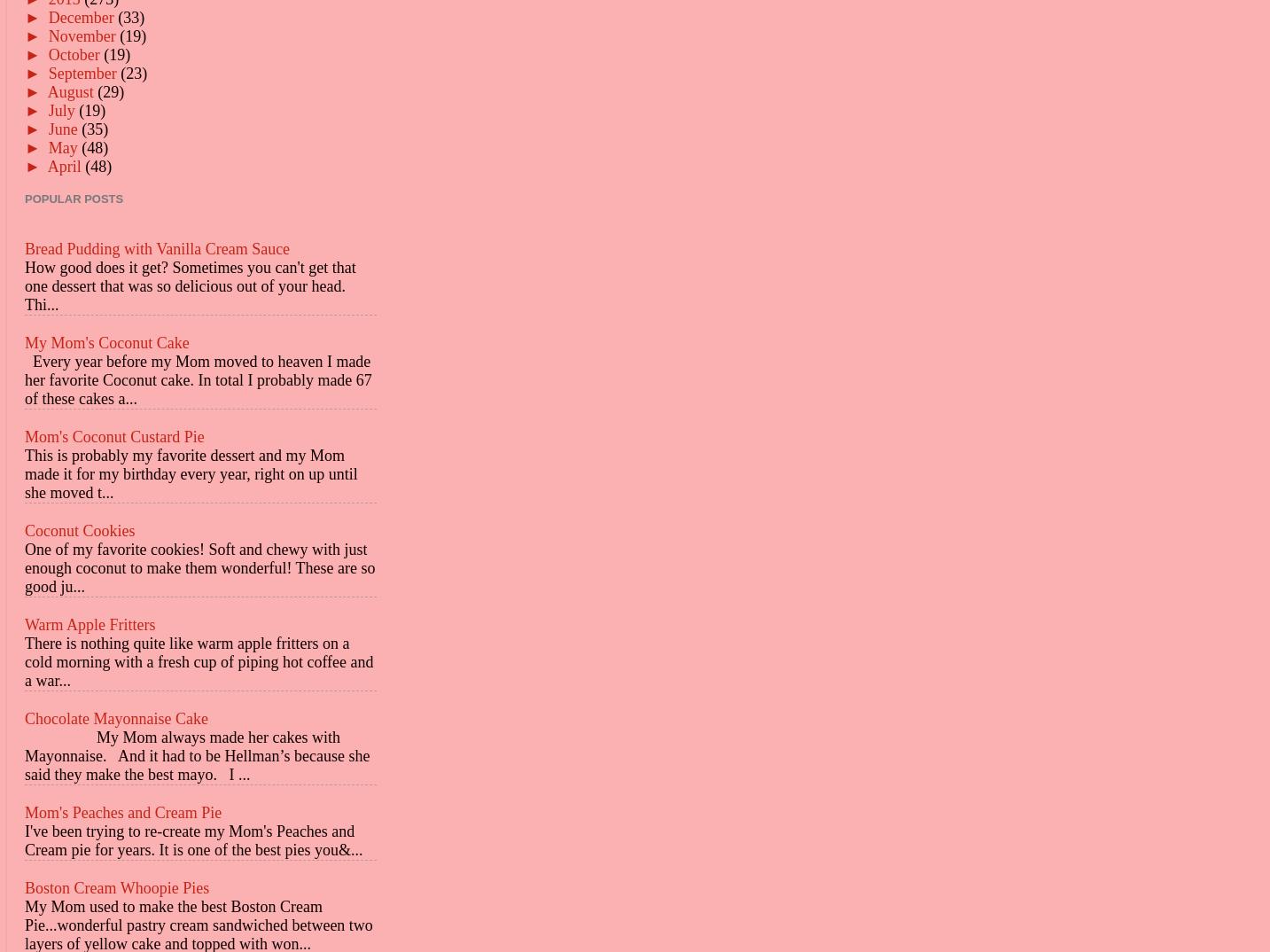  What do you see at coordinates (157, 247) in the screenshot?
I see `'Bread Pudding with Vanilla Cream Sauce'` at bounding box center [157, 247].